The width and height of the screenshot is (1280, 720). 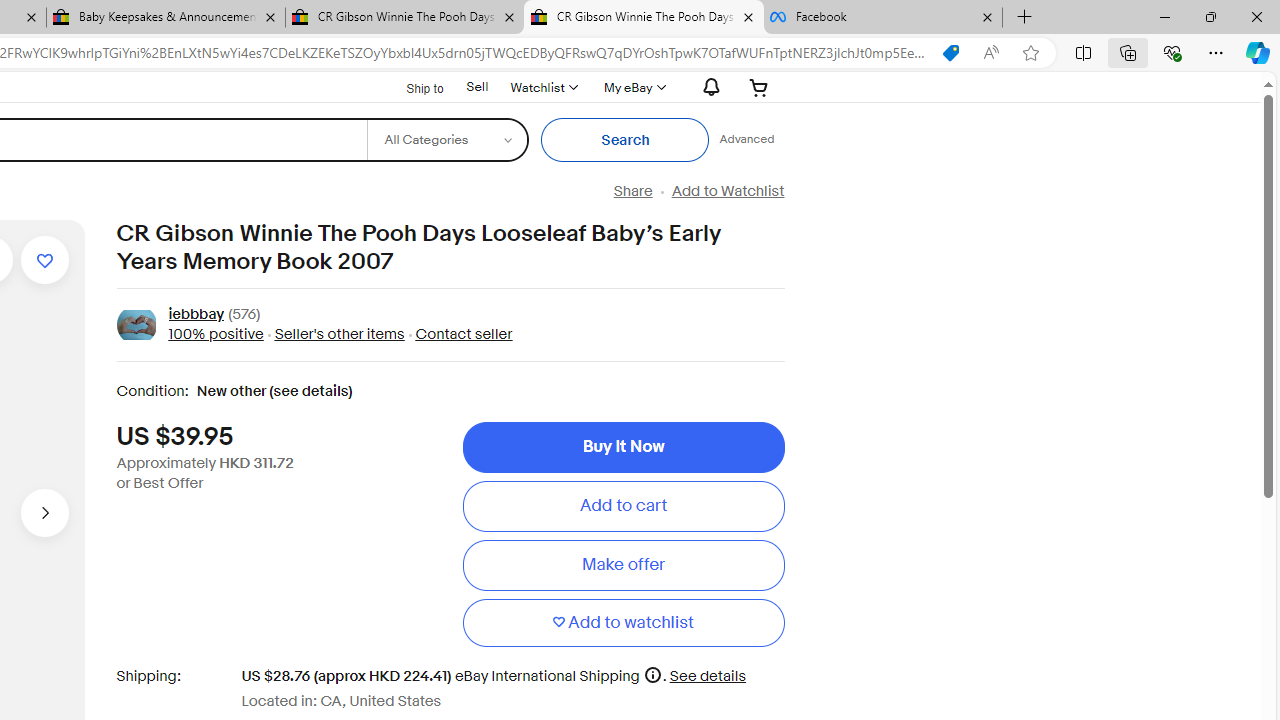 What do you see at coordinates (950, 52) in the screenshot?
I see `'You have the best price!'` at bounding box center [950, 52].